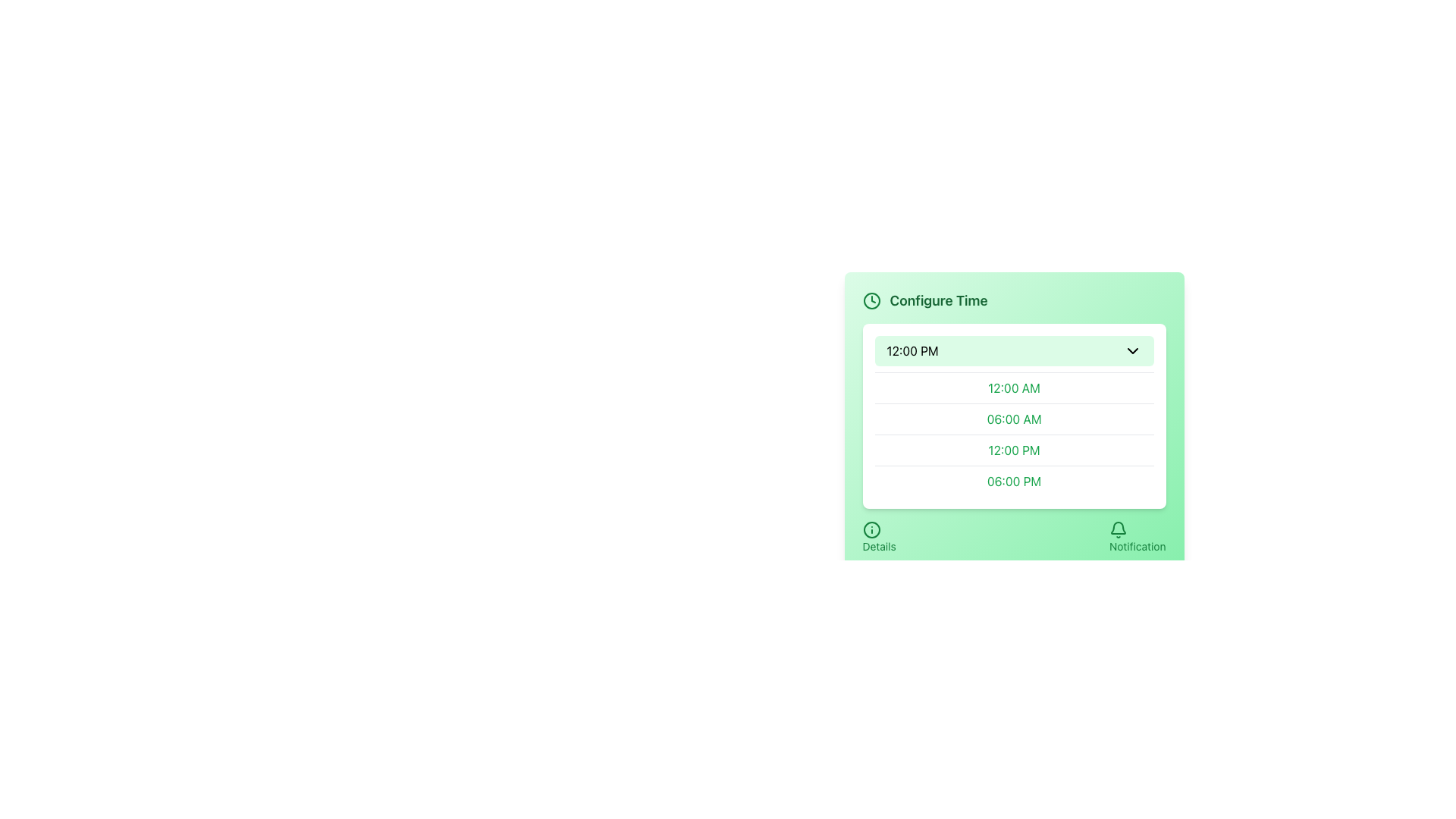  I want to click on an option from the dropdown menu displaying '12:00 PM' in light green, located below the title 'Configure Time', so click(1014, 416).